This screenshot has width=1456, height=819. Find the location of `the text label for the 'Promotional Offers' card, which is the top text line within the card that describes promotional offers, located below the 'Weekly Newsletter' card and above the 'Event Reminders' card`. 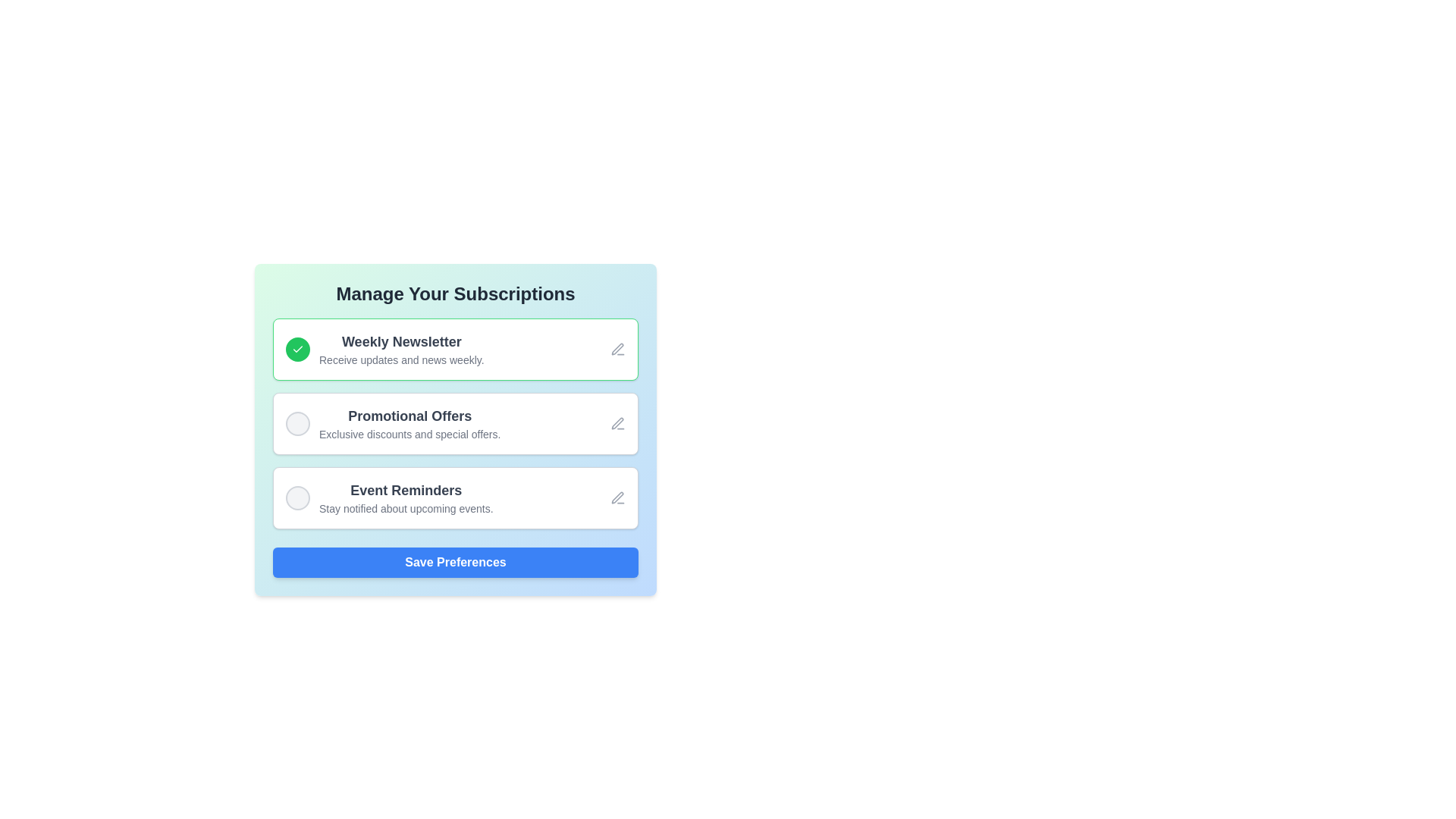

the text label for the 'Promotional Offers' card, which is the top text line within the card that describes promotional offers, located below the 'Weekly Newsletter' card and above the 'Event Reminders' card is located at coordinates (409, 416).